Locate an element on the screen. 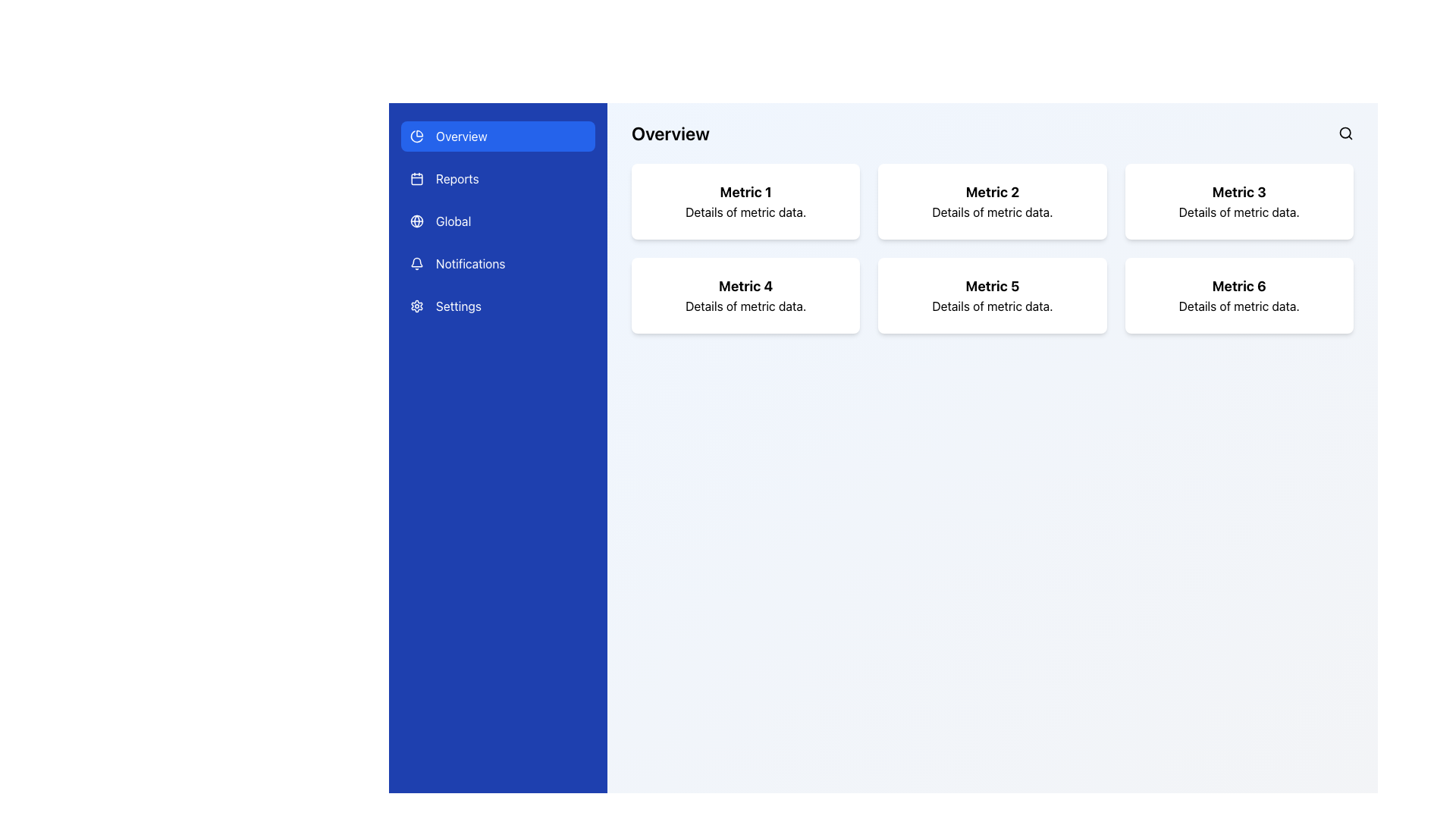 This screenshot has width=1456, height=819. the informational card located in the top row of the grid layout, which is the second card from the left, positioned between 'Metric 1' and 'Metric 3' is located at coordinates (993, 201).